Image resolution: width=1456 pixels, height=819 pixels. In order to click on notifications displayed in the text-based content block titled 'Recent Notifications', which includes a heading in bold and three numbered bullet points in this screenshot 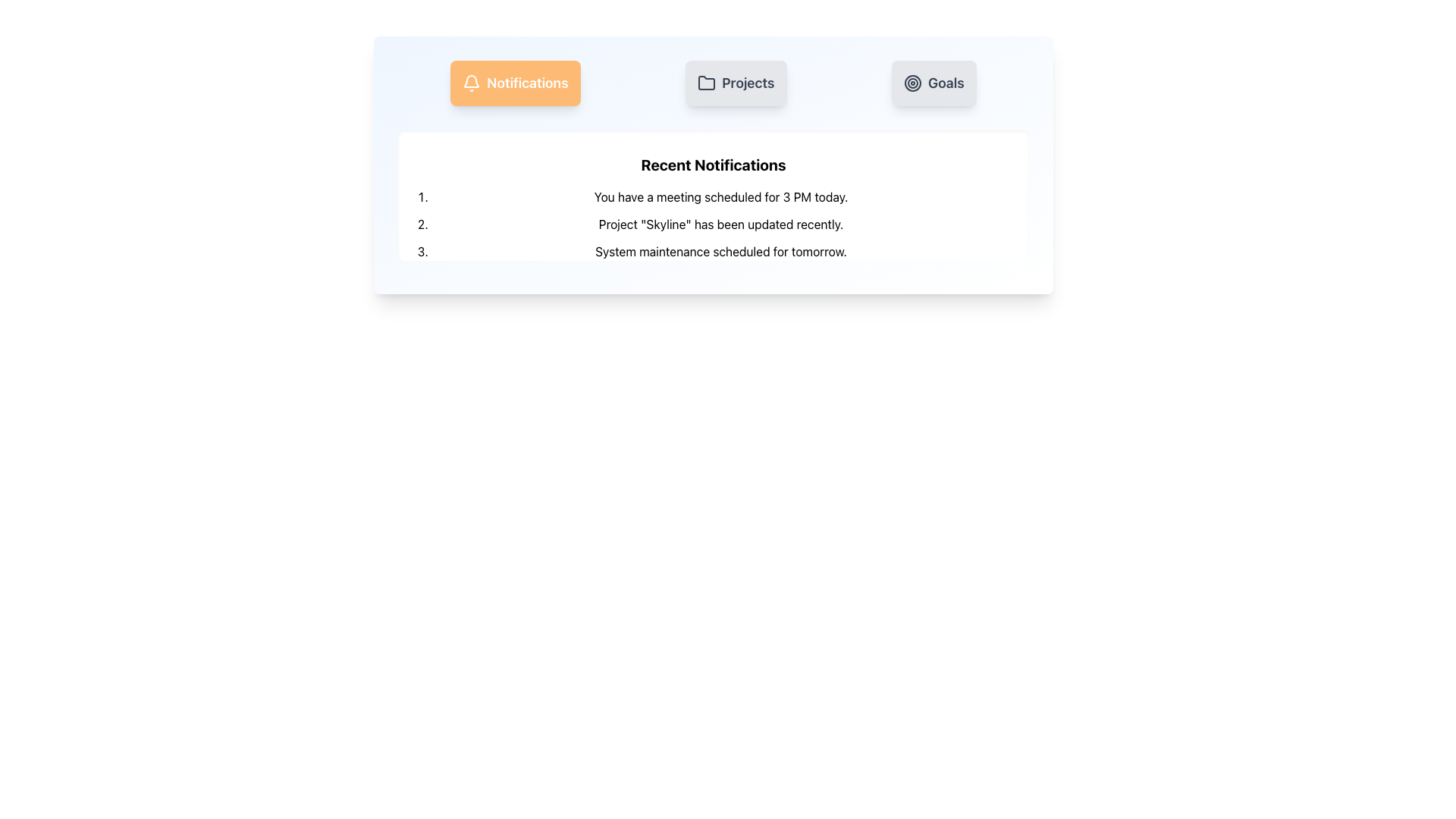, I will do `click(712, 207)`.